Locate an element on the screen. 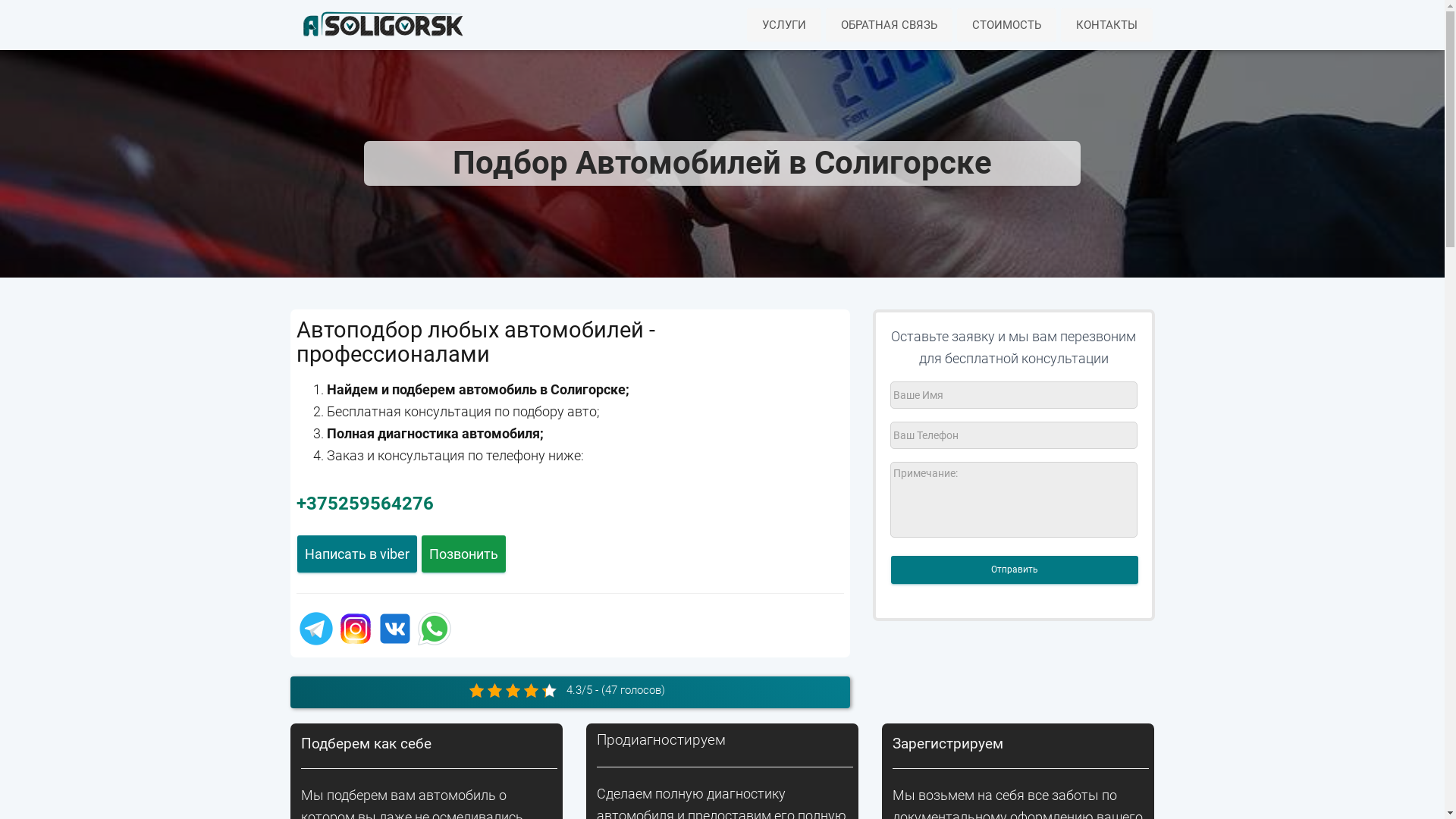 The height and width of the screenshot is (819, 1456). '+375259564276' is located at coordinates (295, 503).